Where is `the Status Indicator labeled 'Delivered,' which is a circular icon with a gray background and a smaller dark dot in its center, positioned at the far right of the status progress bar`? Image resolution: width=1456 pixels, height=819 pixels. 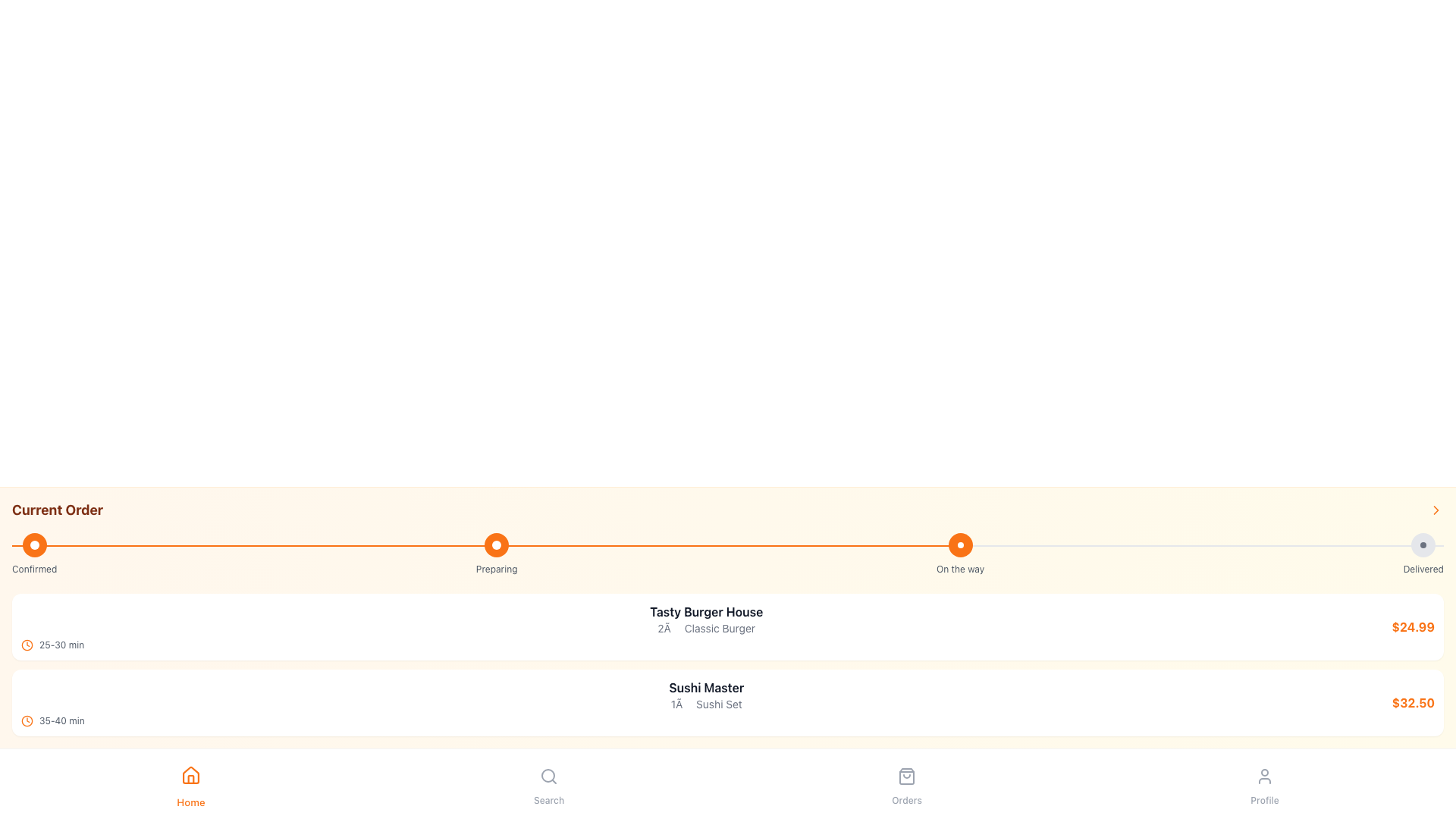
the Status Indicator labeled 'Delivered,' which is a circular icon with a gray background and a smaller dark dot in its center, positioned at the far right of the status progress bar is located at coordinates (1423, 554).